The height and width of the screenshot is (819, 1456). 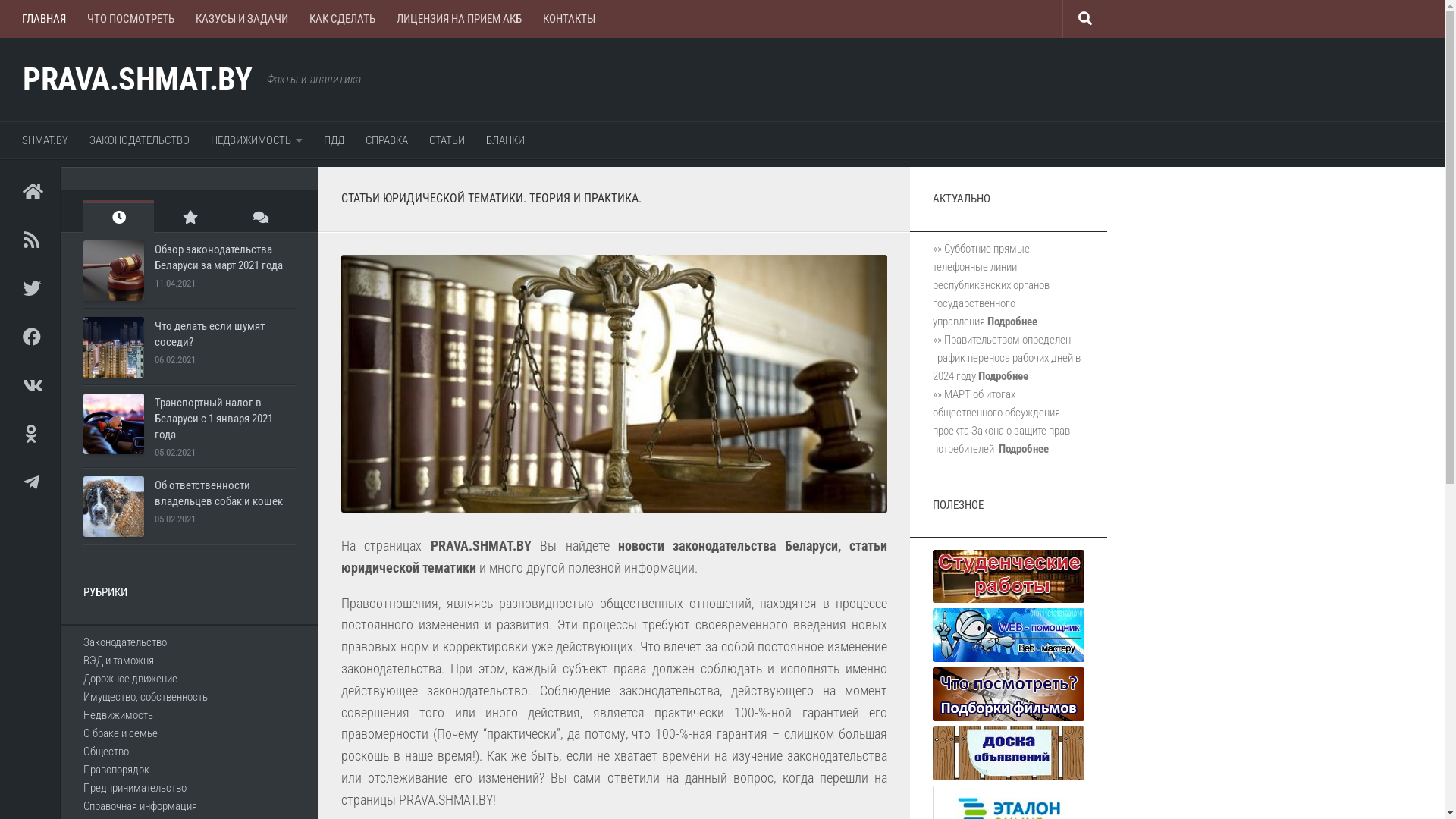 What do you see at coordinates (260, 216) in the screenshot?
I see `'Recent Comments'` at bounding box center [260, 216].